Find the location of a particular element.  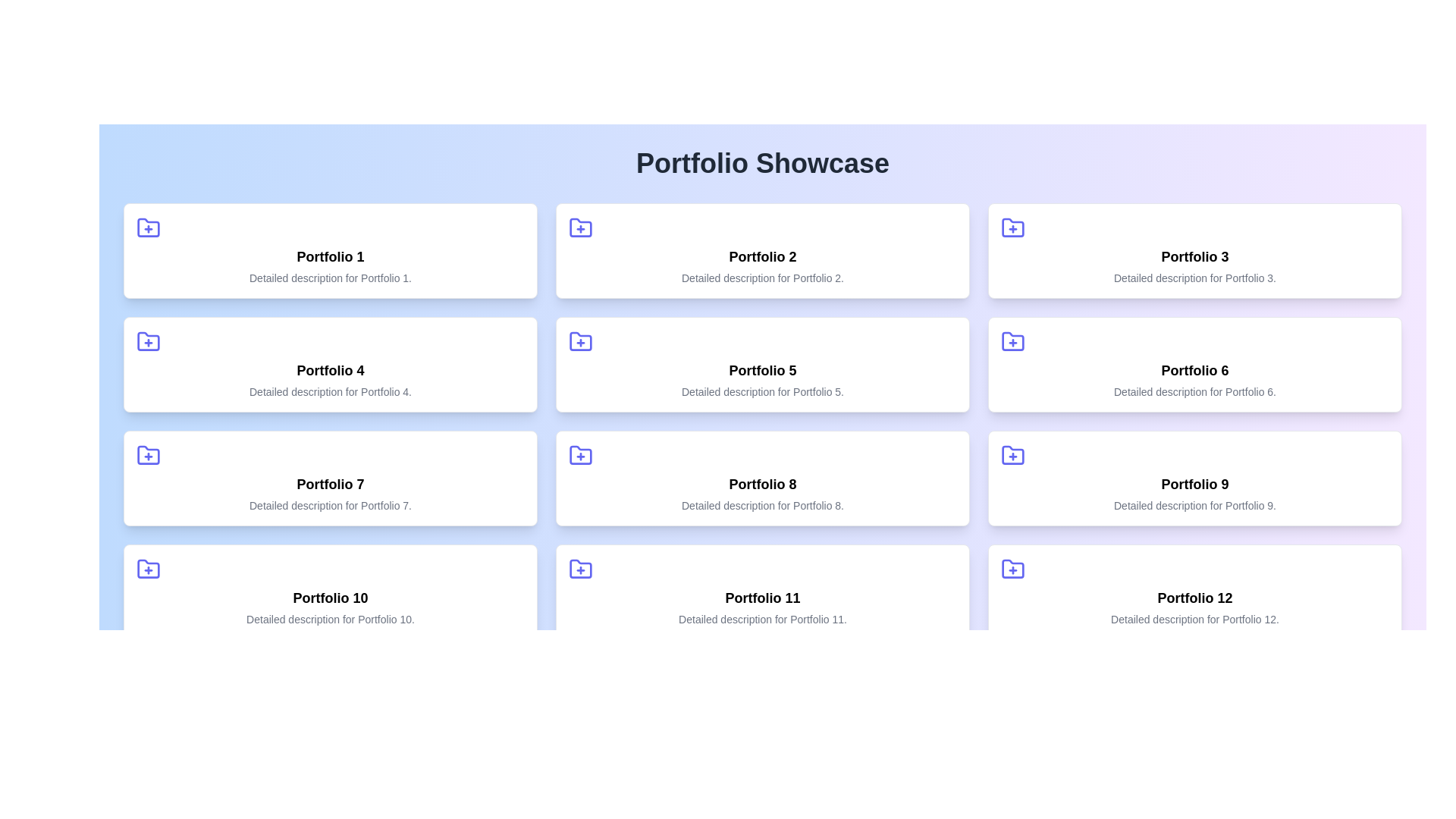

the text element styled in smaller gray font located under the heading 'Portfolio 6' in the sixth portfolio card, positioned in the second row, third column of the grid is located at coordinates (1194, 391).